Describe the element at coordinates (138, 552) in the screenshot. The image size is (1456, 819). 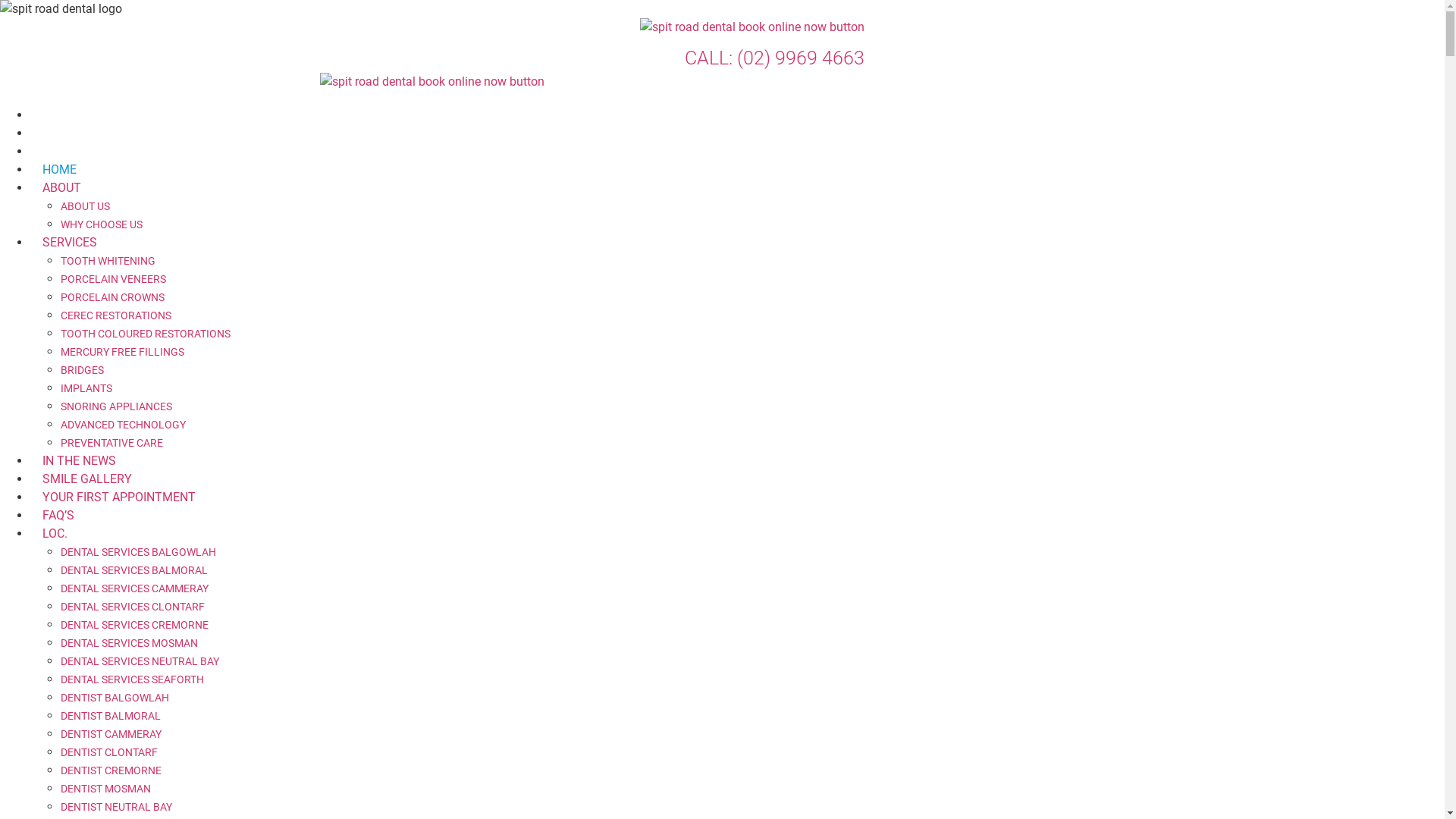
I see `'DENTAL SERVICES BALGOWLAH'` at that location.